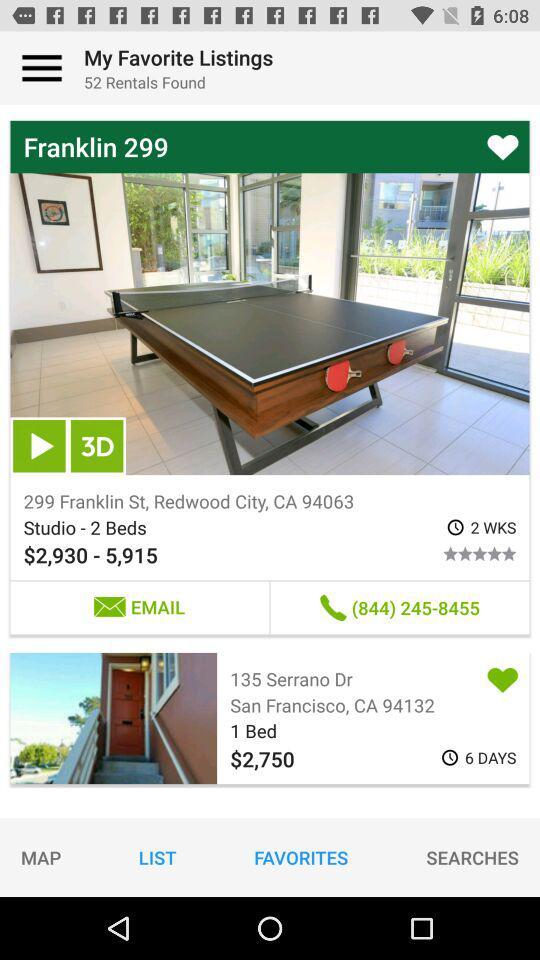 The height and width of the screenshot is (960, 540). Describe the element at coordinates (42, 68) in the screenshot. I see `more options` at that location.